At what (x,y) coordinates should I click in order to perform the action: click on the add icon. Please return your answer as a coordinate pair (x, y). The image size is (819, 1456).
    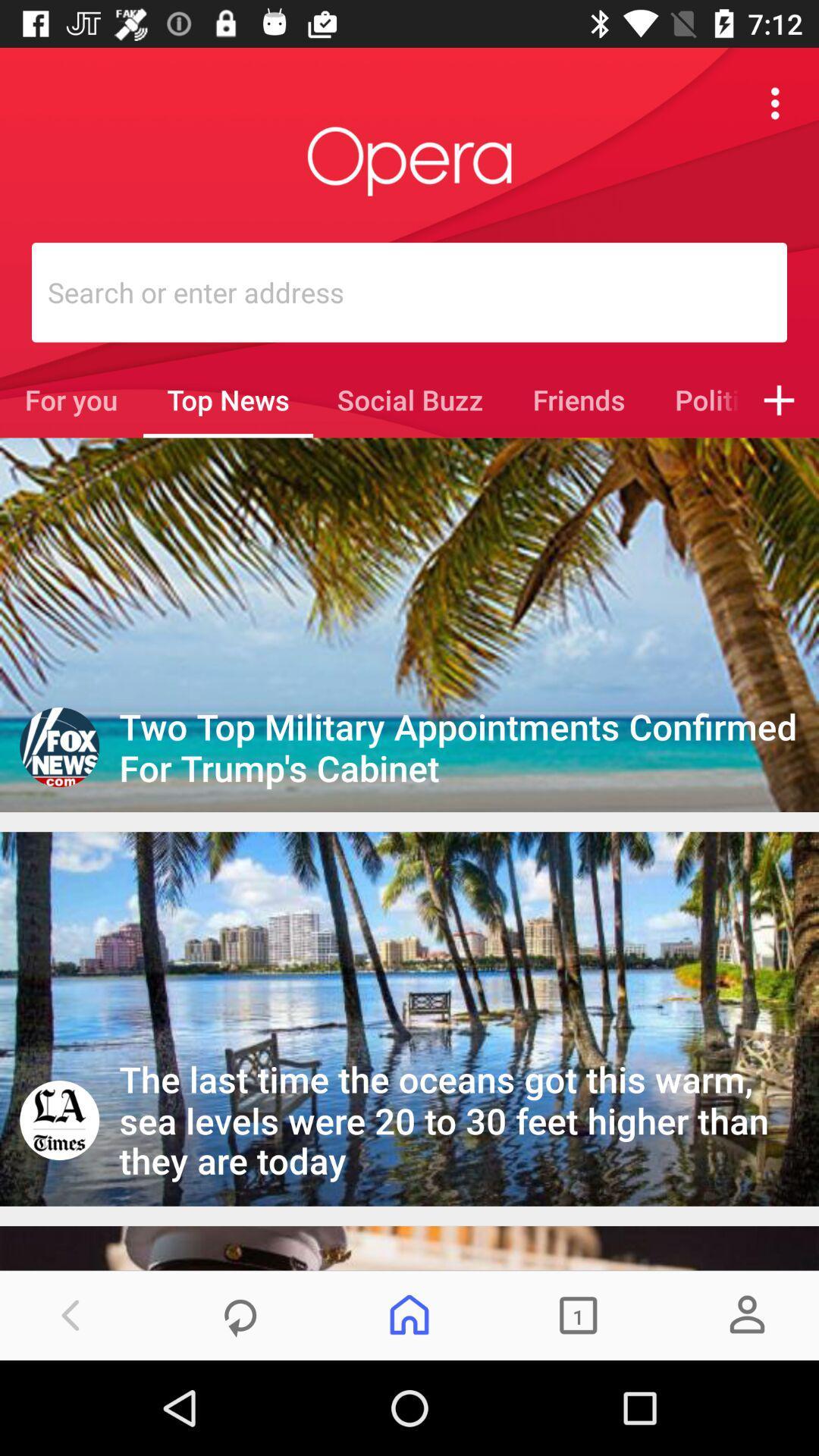
    Looking at the image, I should click on (779, 400).